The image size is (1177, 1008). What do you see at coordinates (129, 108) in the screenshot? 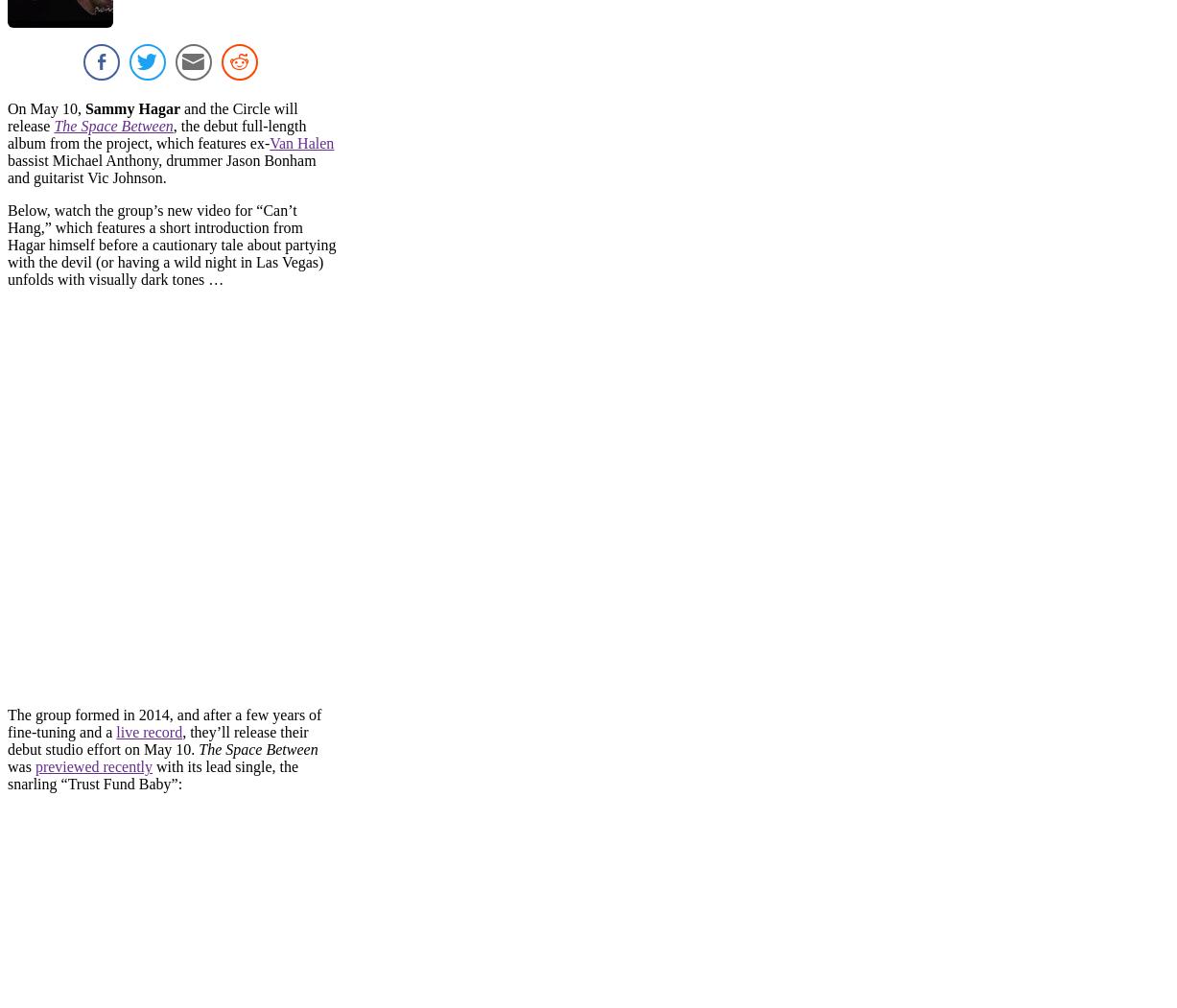
I see `'Sammy Hagar'` at bounding box center [129, 108].